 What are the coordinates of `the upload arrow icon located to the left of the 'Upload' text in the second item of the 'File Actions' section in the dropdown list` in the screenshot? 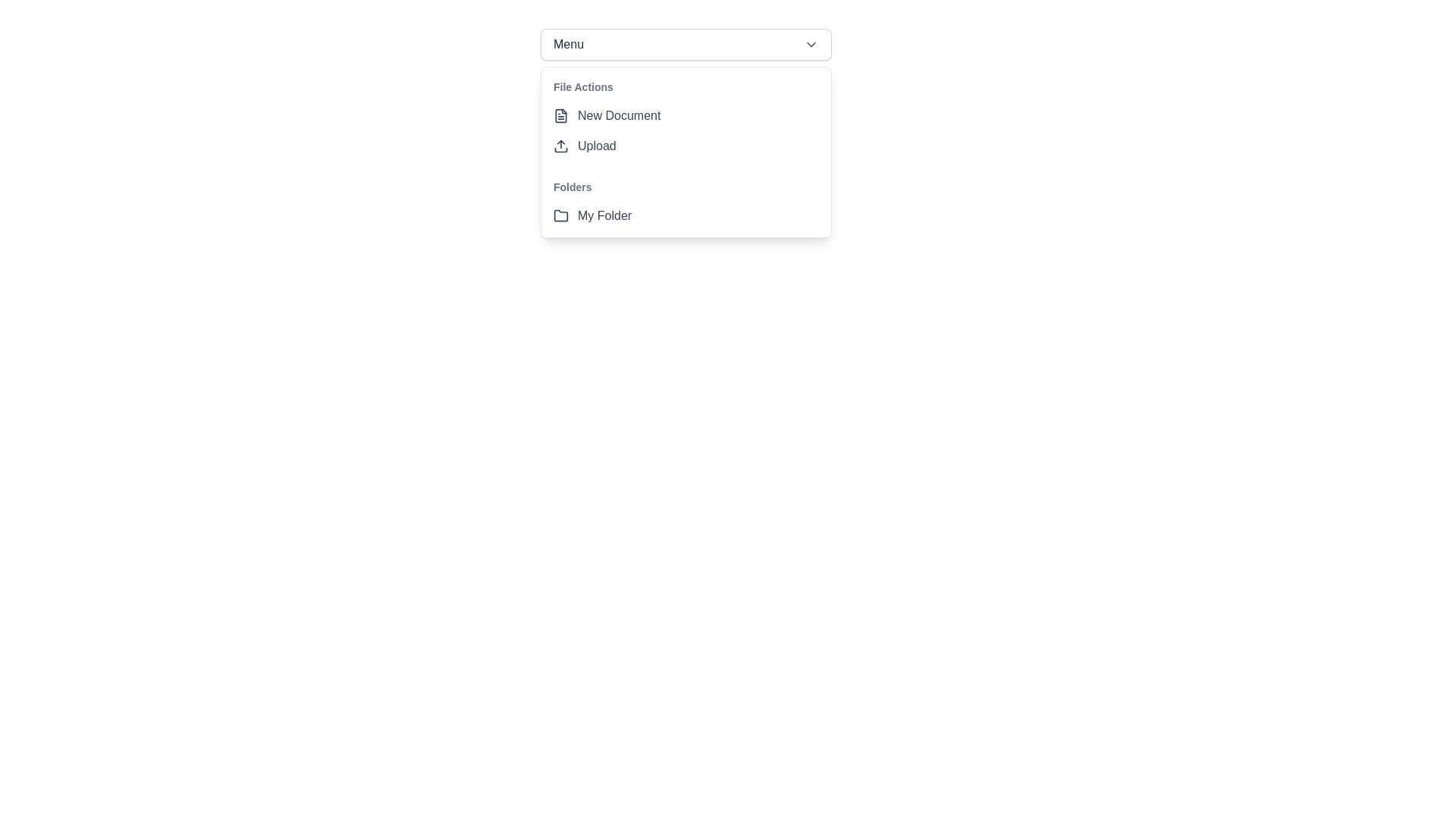 It's located at (560, 146).